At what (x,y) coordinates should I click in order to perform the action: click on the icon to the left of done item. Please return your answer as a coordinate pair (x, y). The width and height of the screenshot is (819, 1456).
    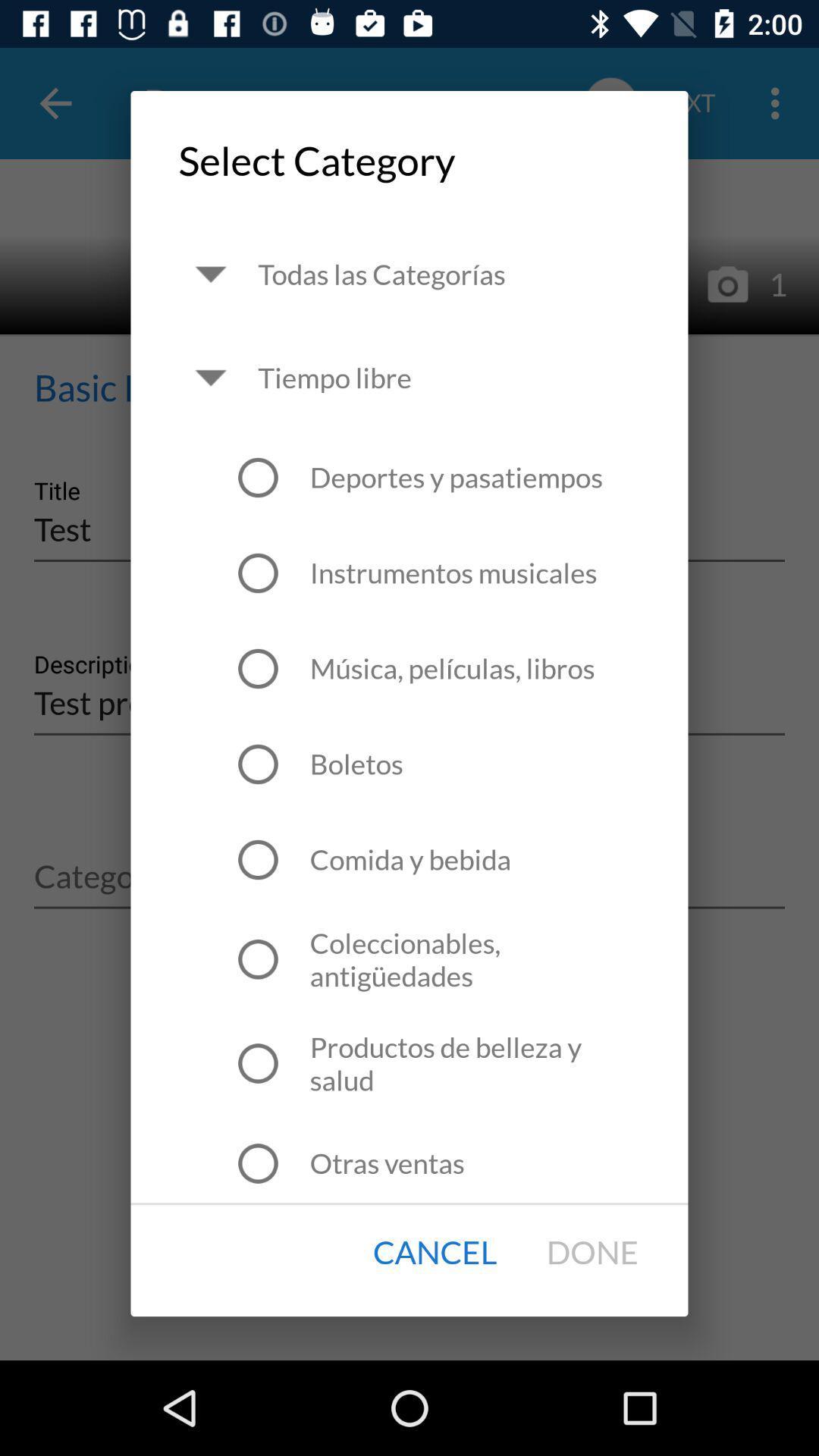
    Looking at the image, I should click on (435, 1253).